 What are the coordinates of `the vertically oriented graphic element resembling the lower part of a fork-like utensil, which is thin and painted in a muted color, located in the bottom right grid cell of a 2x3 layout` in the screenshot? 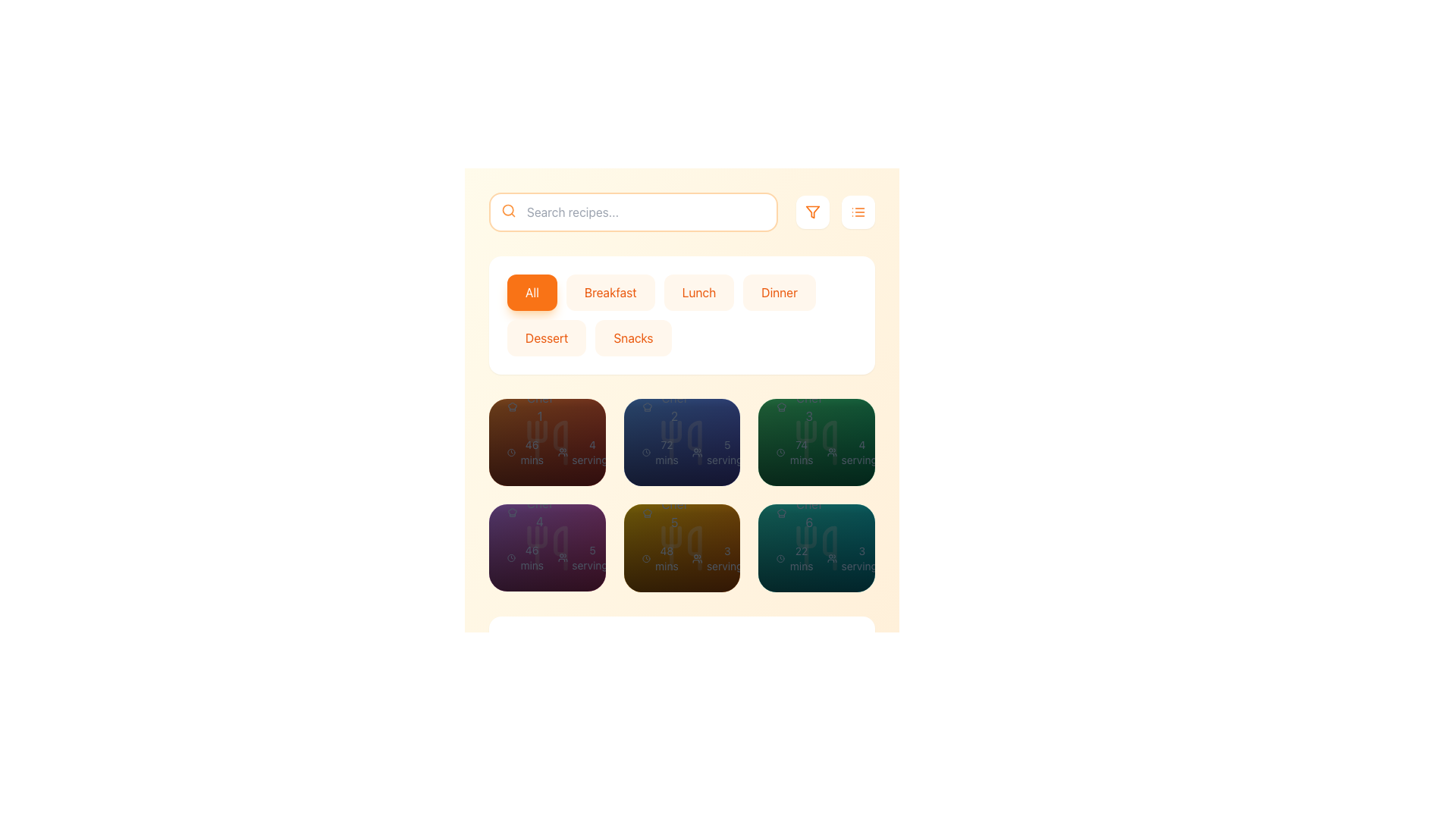 It's located at (671, 536).